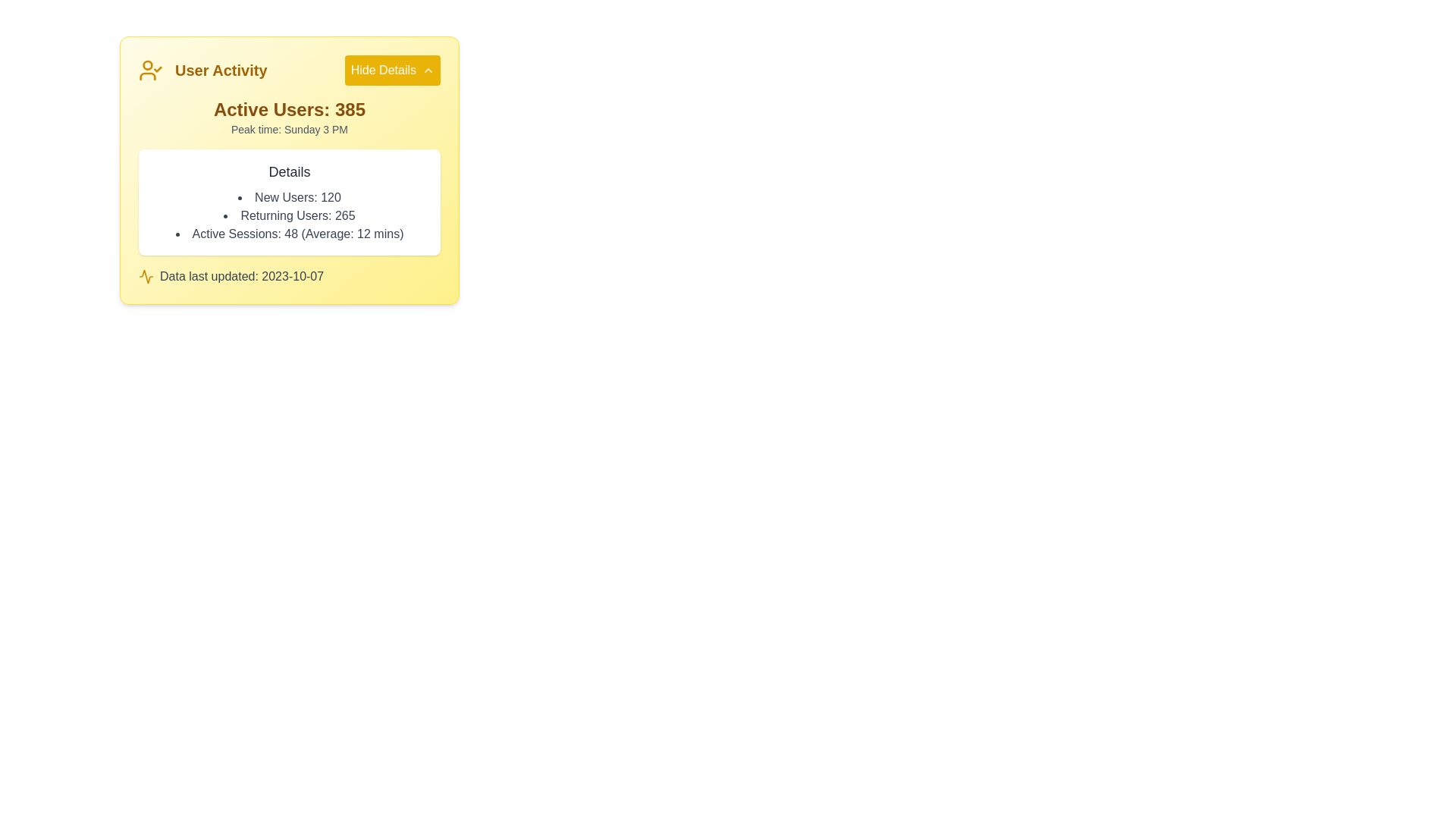 Image resolution: width=1456 pixels, height=819 pixels. What do you see at coordinates (290, 234) in the screenshot?
I see `the third text label that informs the user about the total number of active sessions and their average duration to highlight it` at bounding box center [290, 234].